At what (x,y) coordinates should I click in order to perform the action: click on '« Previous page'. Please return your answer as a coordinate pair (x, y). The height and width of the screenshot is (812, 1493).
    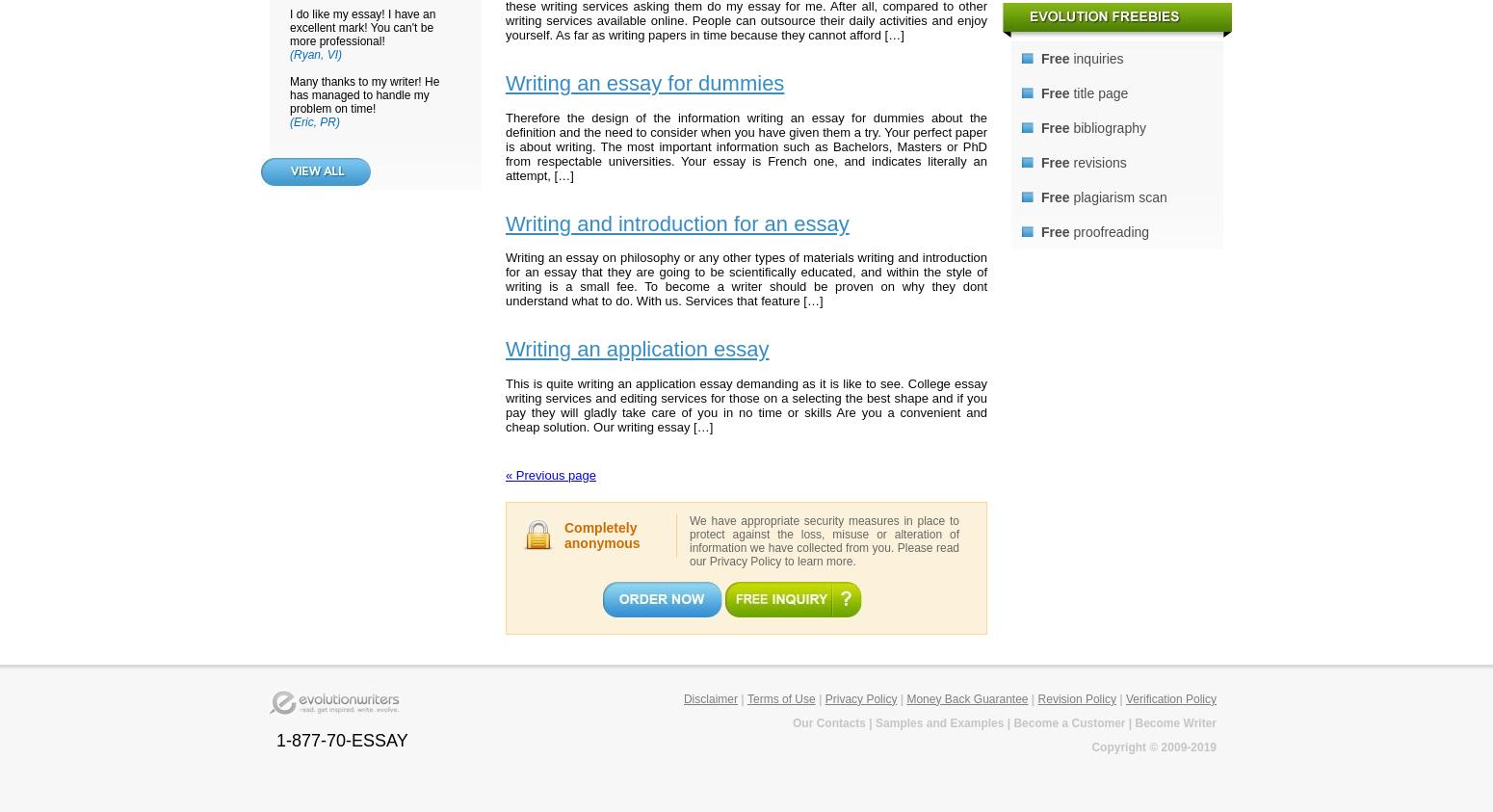
    Looking at the image, I should click on (550, 474).